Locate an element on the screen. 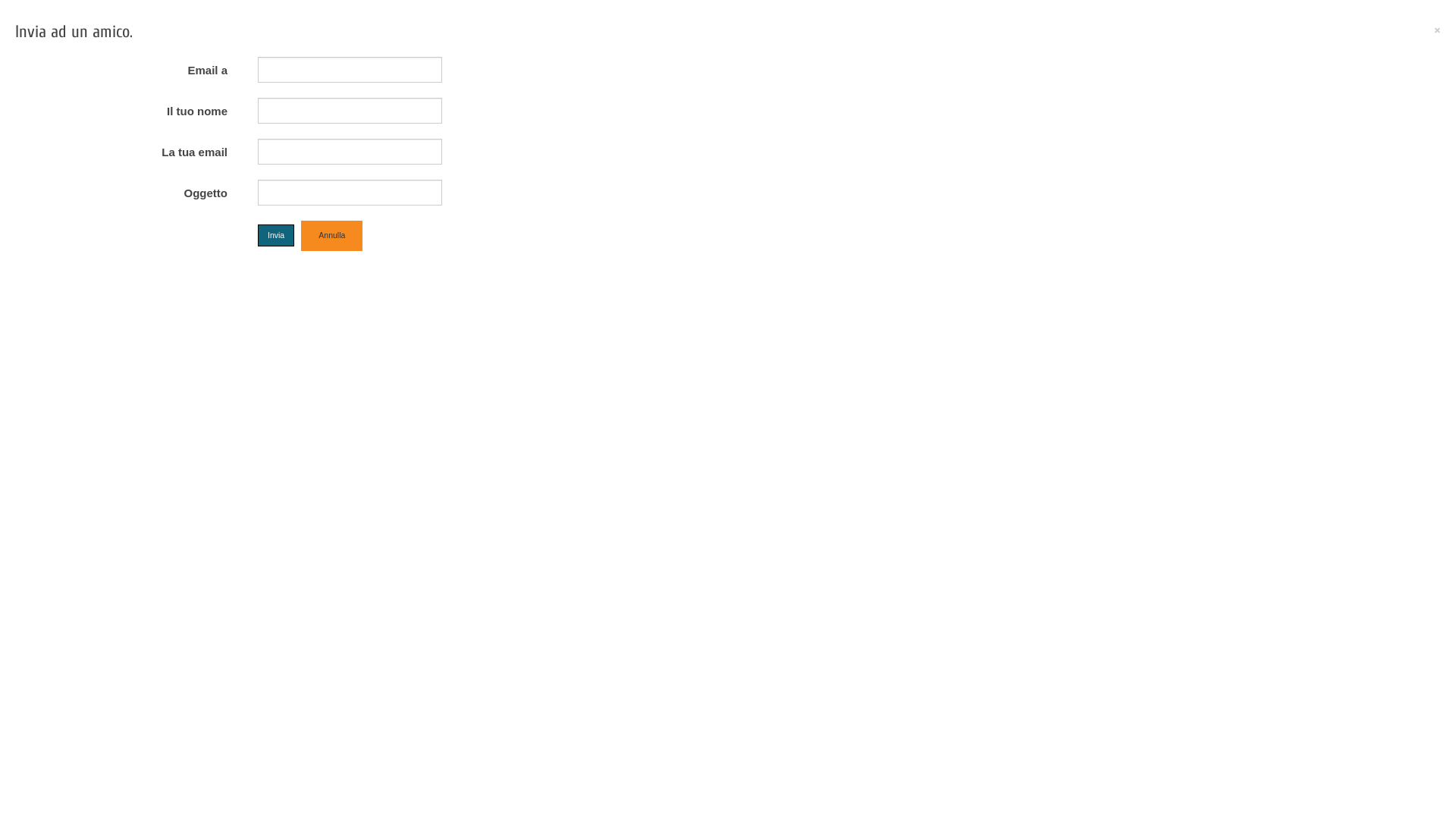  'Invia' is located at coordinates (276, 235).